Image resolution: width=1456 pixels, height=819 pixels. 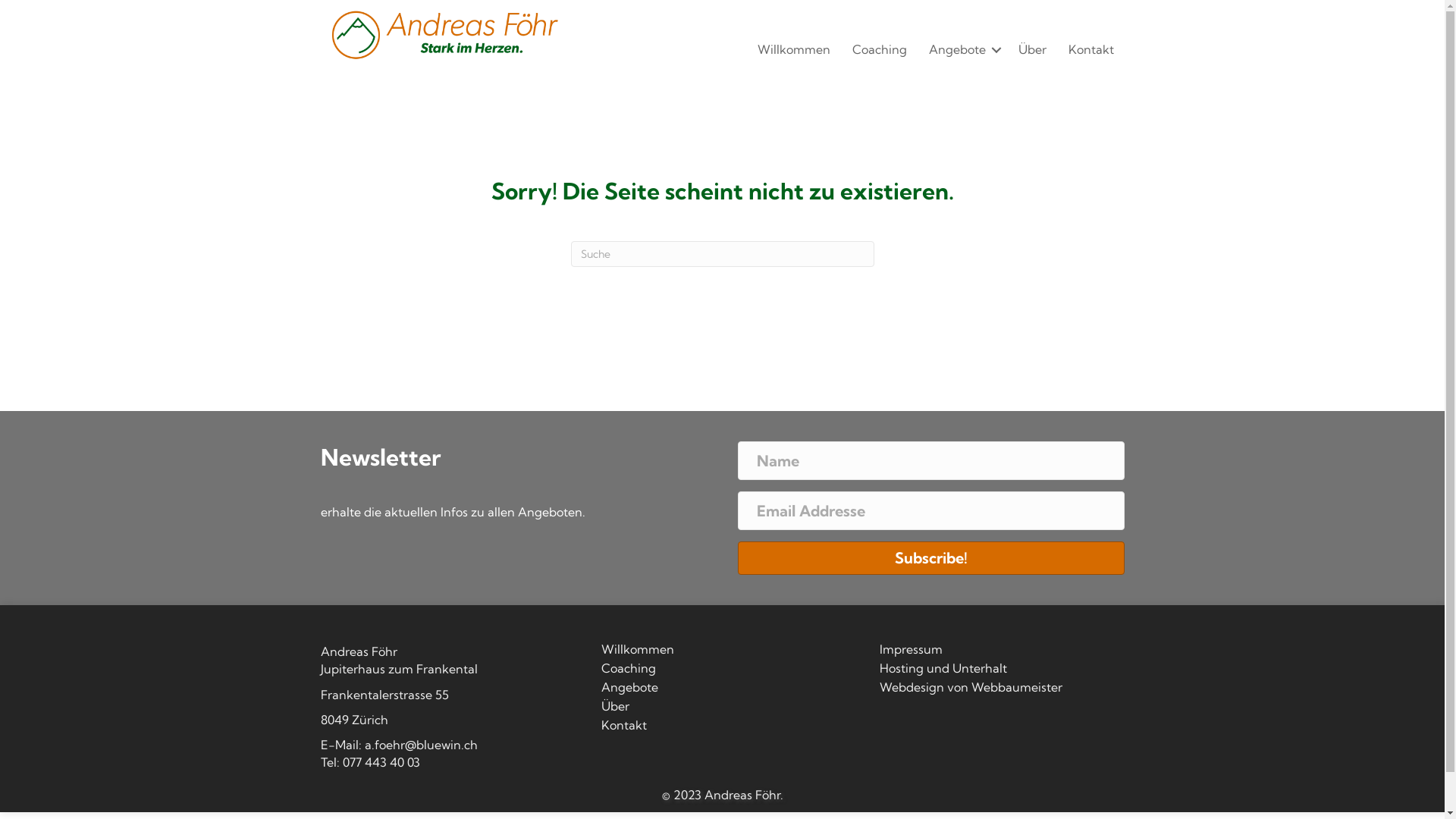 What do you see at coordinates (420, 744) in the screenshot?
I see `'a.foehr@bluewin.ch'` at bounding box center [420, 744].